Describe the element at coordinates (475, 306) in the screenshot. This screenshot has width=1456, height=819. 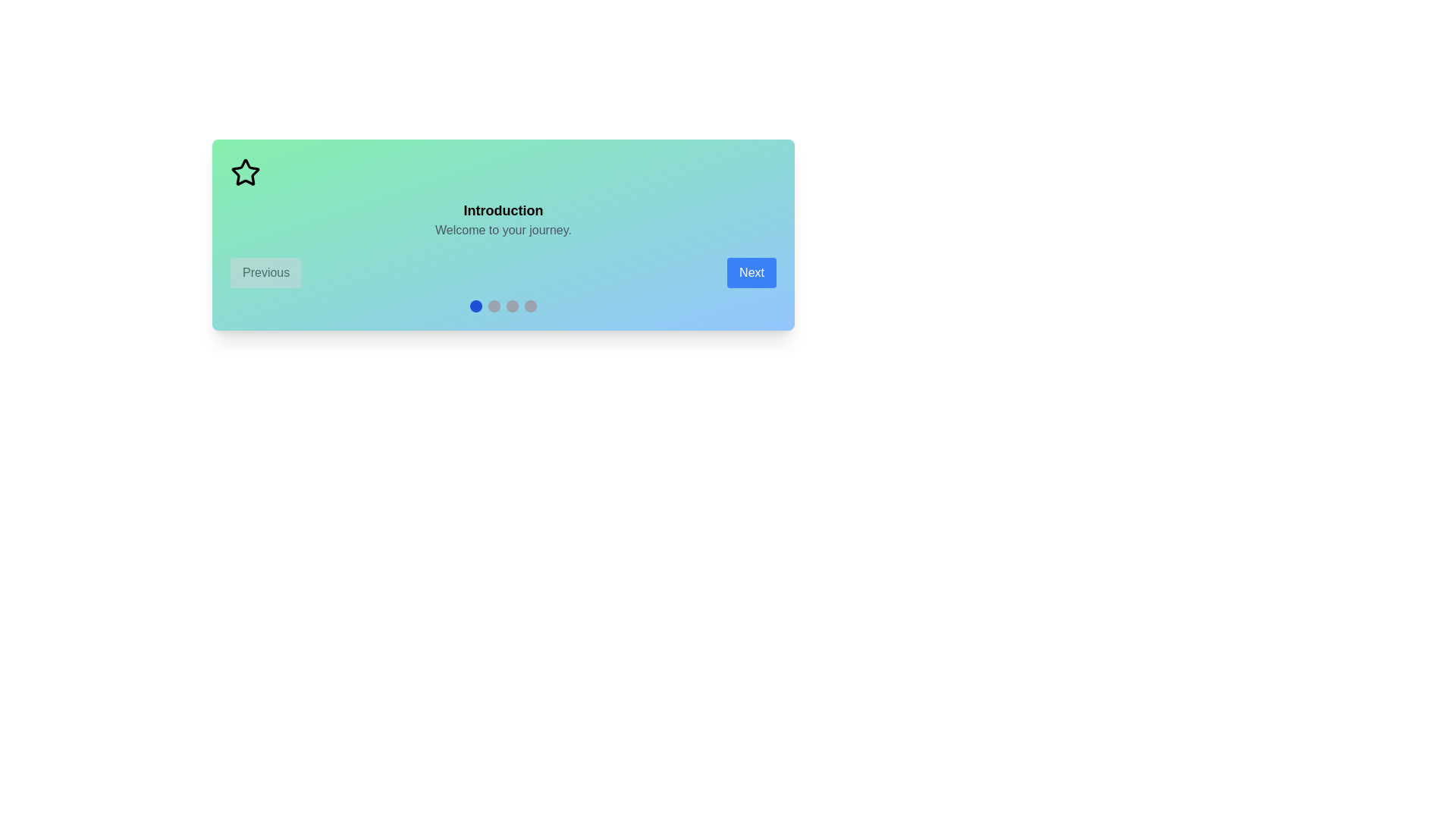
I see `the indicator corresponding to the scene number 1` at that location.